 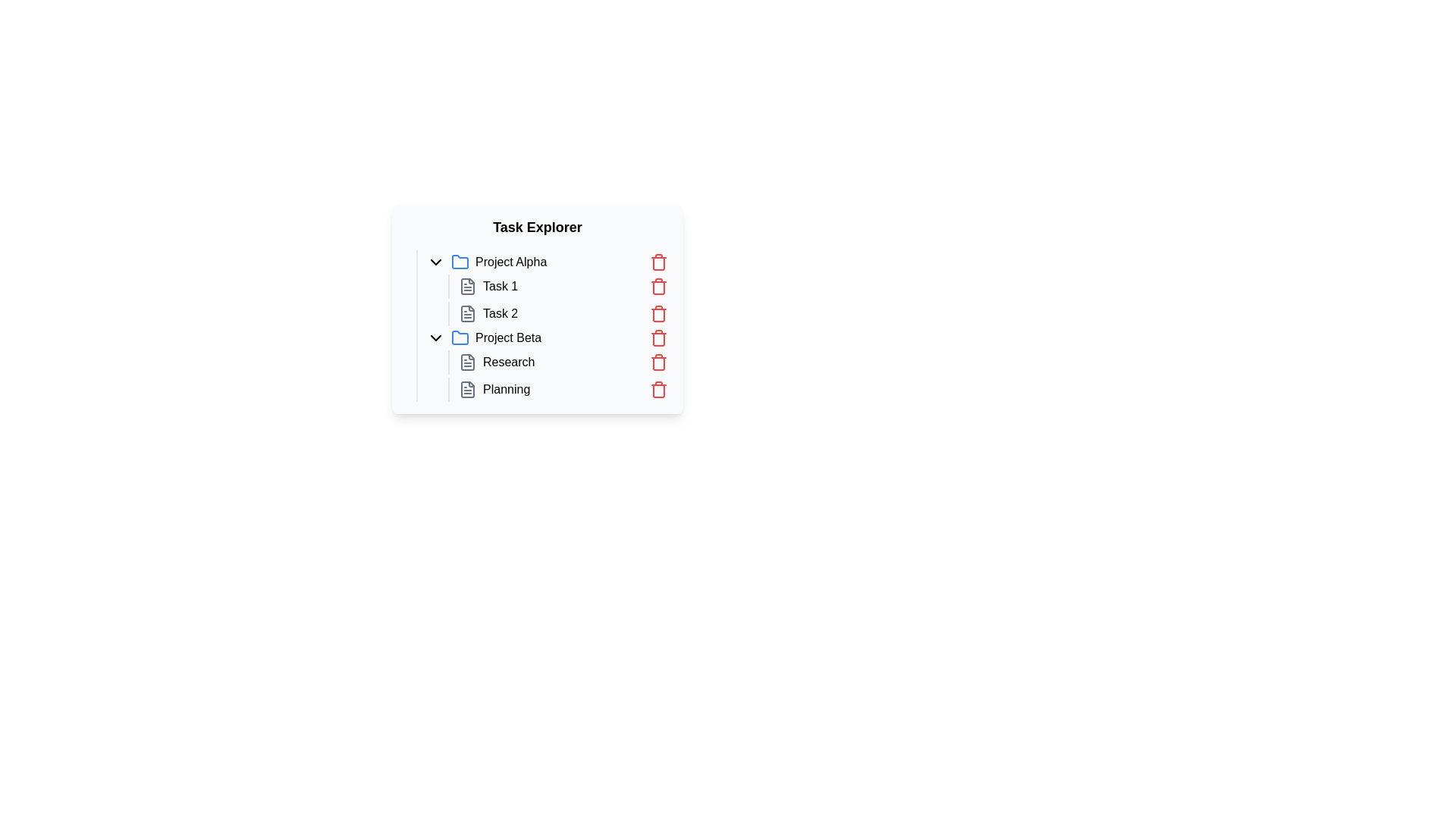 What do you see at coordinates (552, 300) in the screenshot?
I see `the task item 'Task 2' in the list layout under the 'Project Alpha' hierarchy` at bounding box center [552, 300].